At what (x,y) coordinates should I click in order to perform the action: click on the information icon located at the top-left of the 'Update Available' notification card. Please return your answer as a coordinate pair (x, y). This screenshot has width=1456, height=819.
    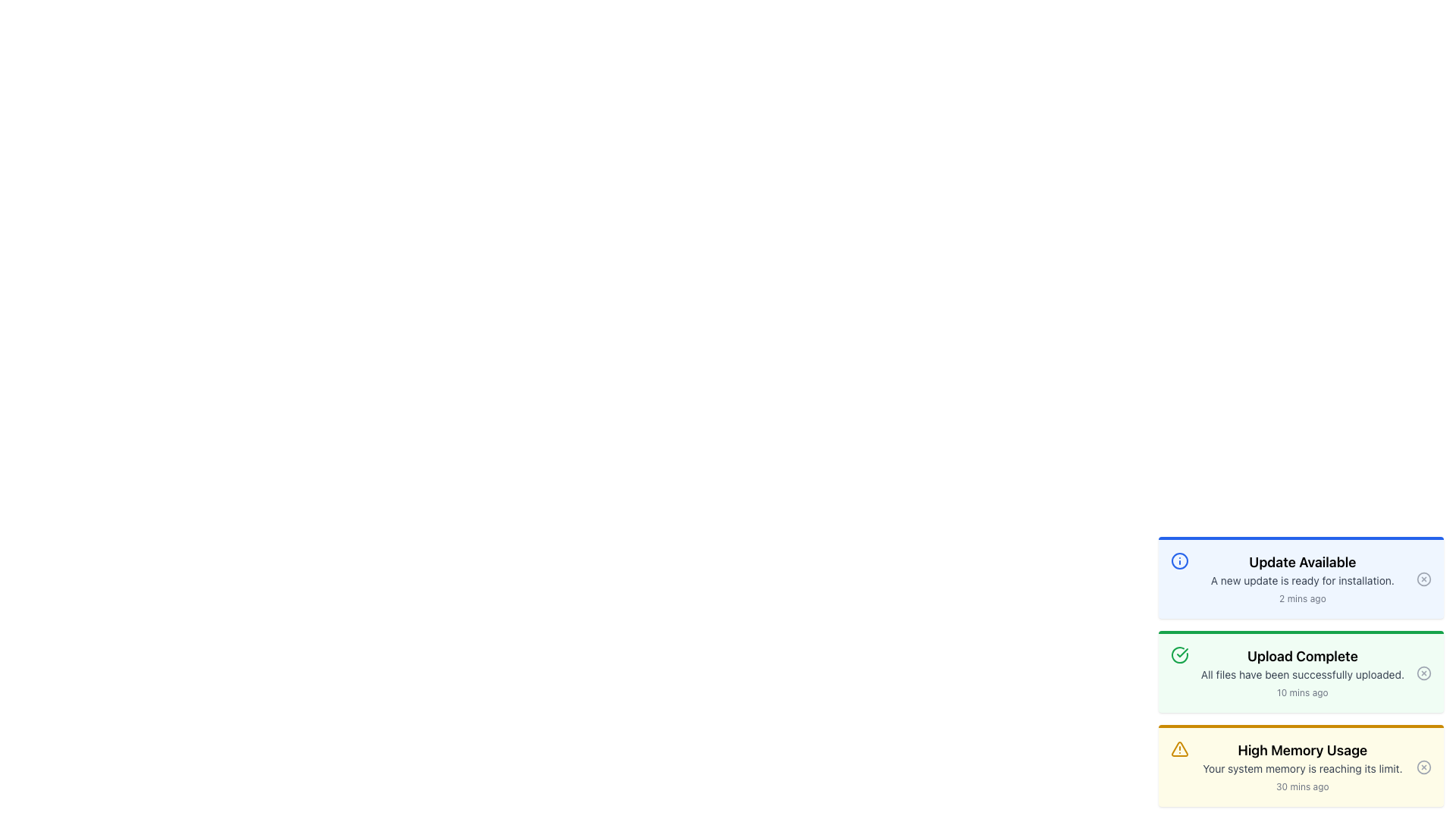
    Looking at the image, I should click on (1178, 561).